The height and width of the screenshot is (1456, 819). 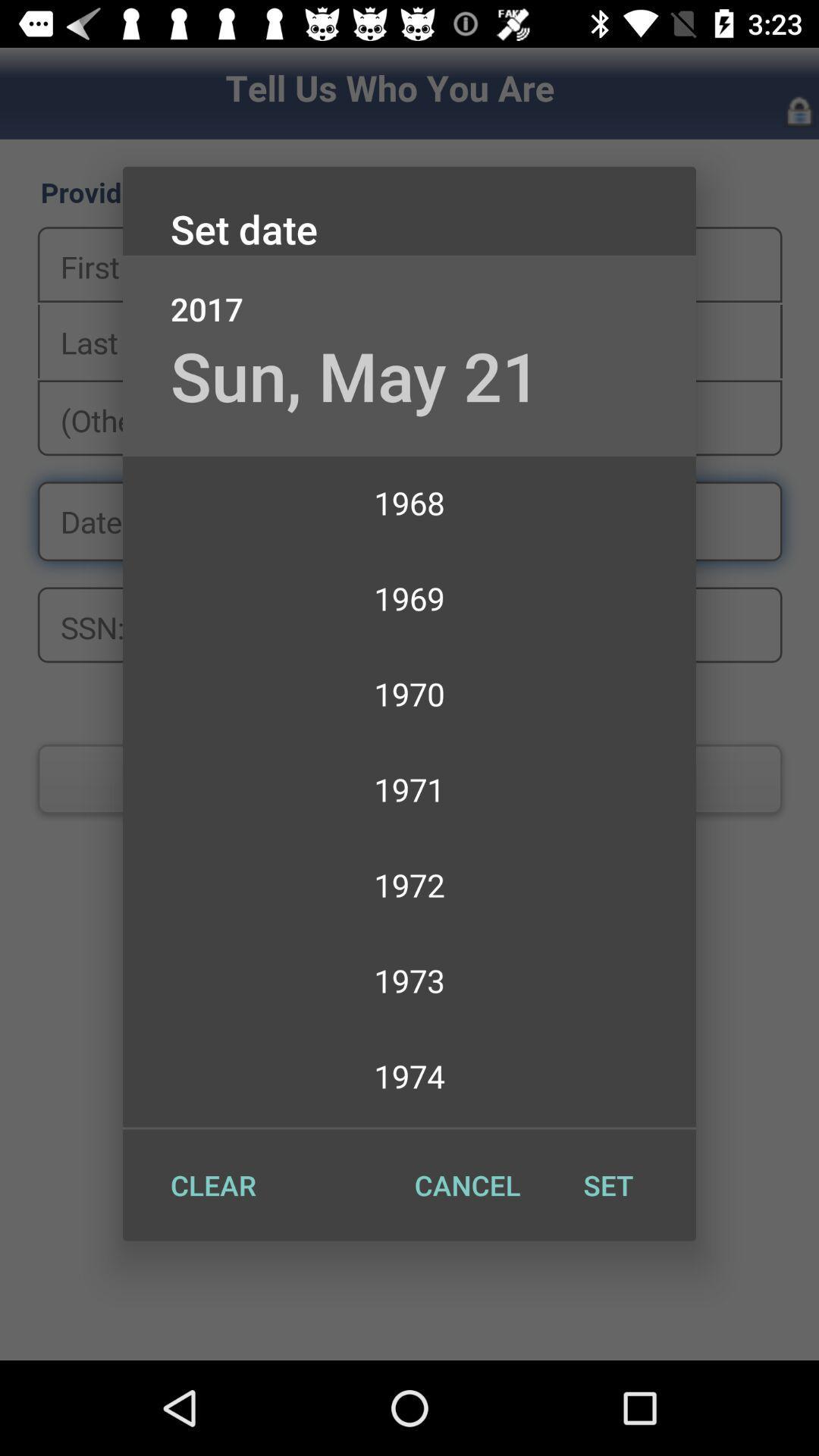 I want to click on the clear, so click(x=213, y=1185).